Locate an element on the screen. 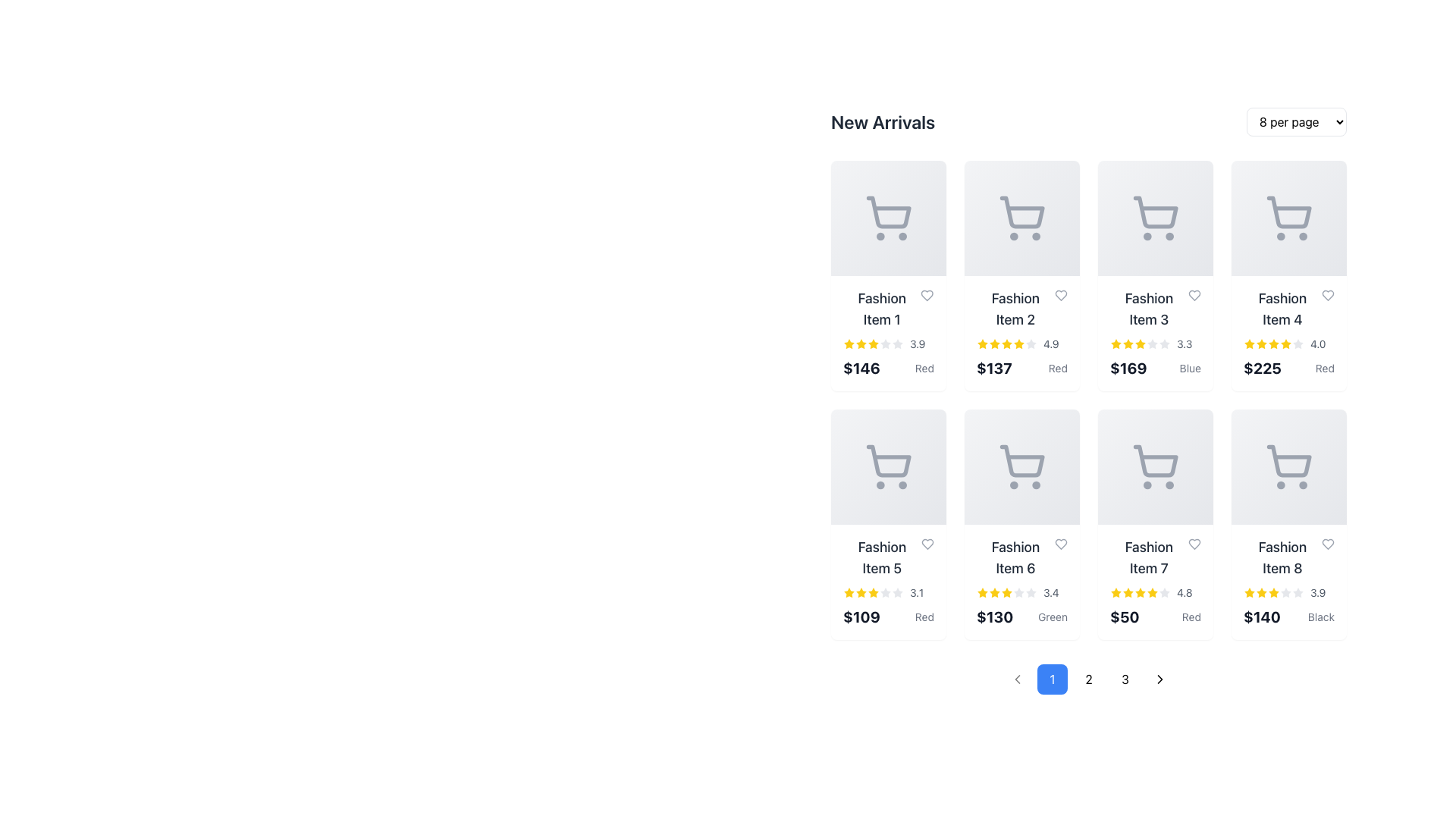 The height and width of the screenshot is (819, 1456). the static text label for 'Fashion Item 7' located at the top of the product card in the second row and third column of the grid layout is located at coordinates (1154, 558).